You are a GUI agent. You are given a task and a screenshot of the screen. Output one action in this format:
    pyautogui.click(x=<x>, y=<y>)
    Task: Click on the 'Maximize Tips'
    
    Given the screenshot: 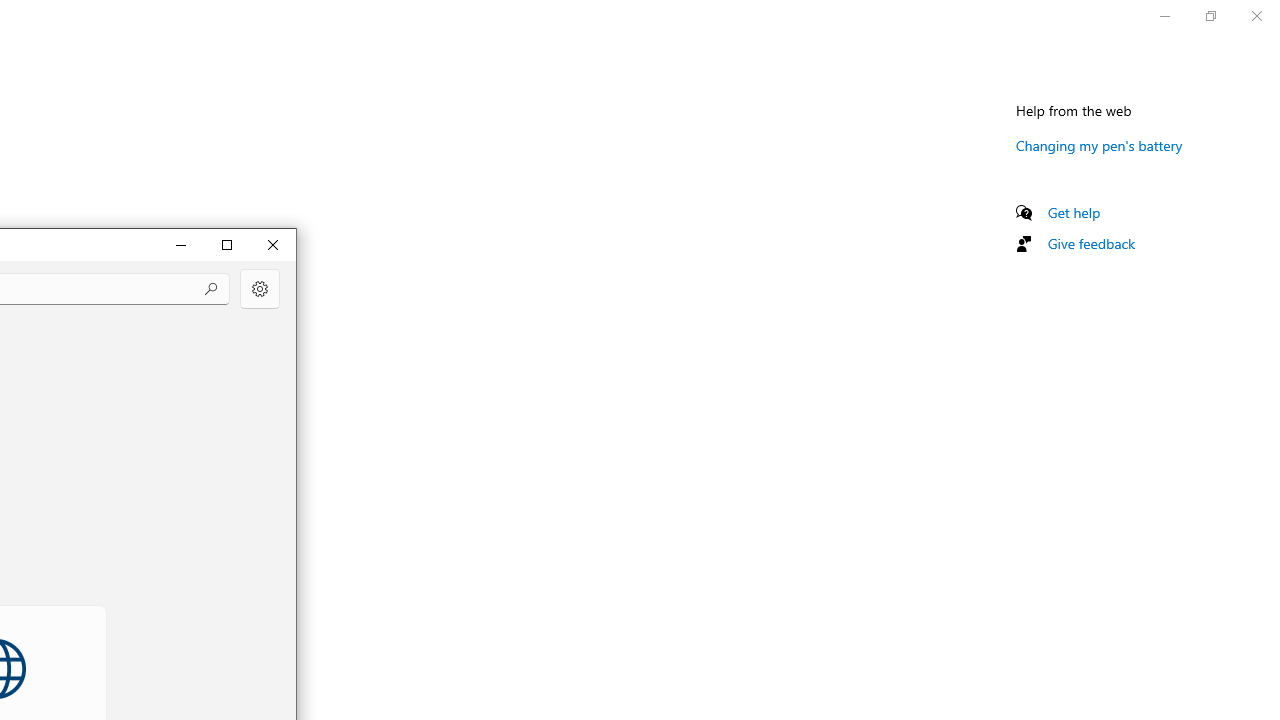 What is the action you would take?
    pyautogui.click(x=226, y=243)
    